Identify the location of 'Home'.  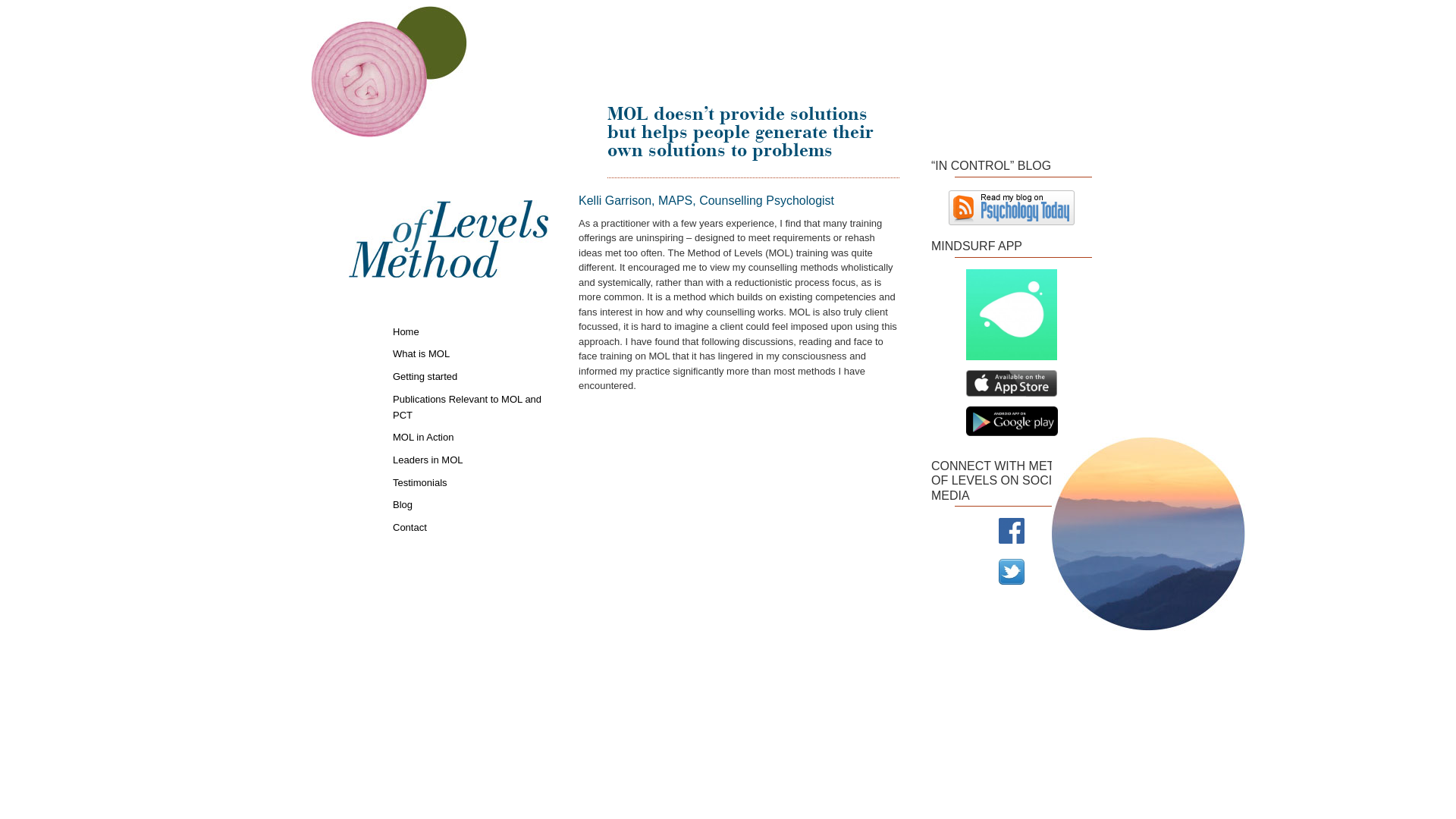
(393, 330).